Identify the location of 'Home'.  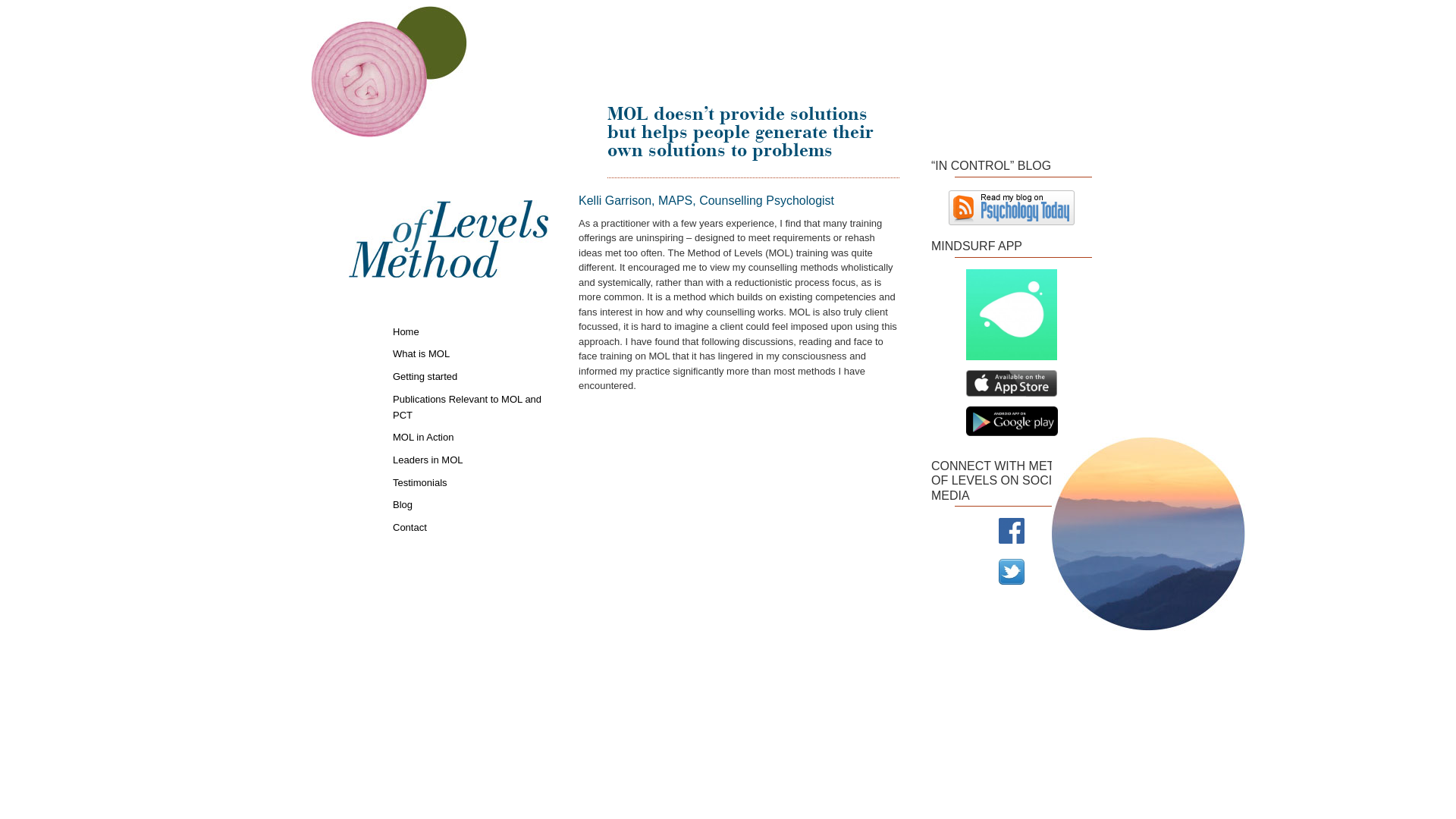
(393, 330).